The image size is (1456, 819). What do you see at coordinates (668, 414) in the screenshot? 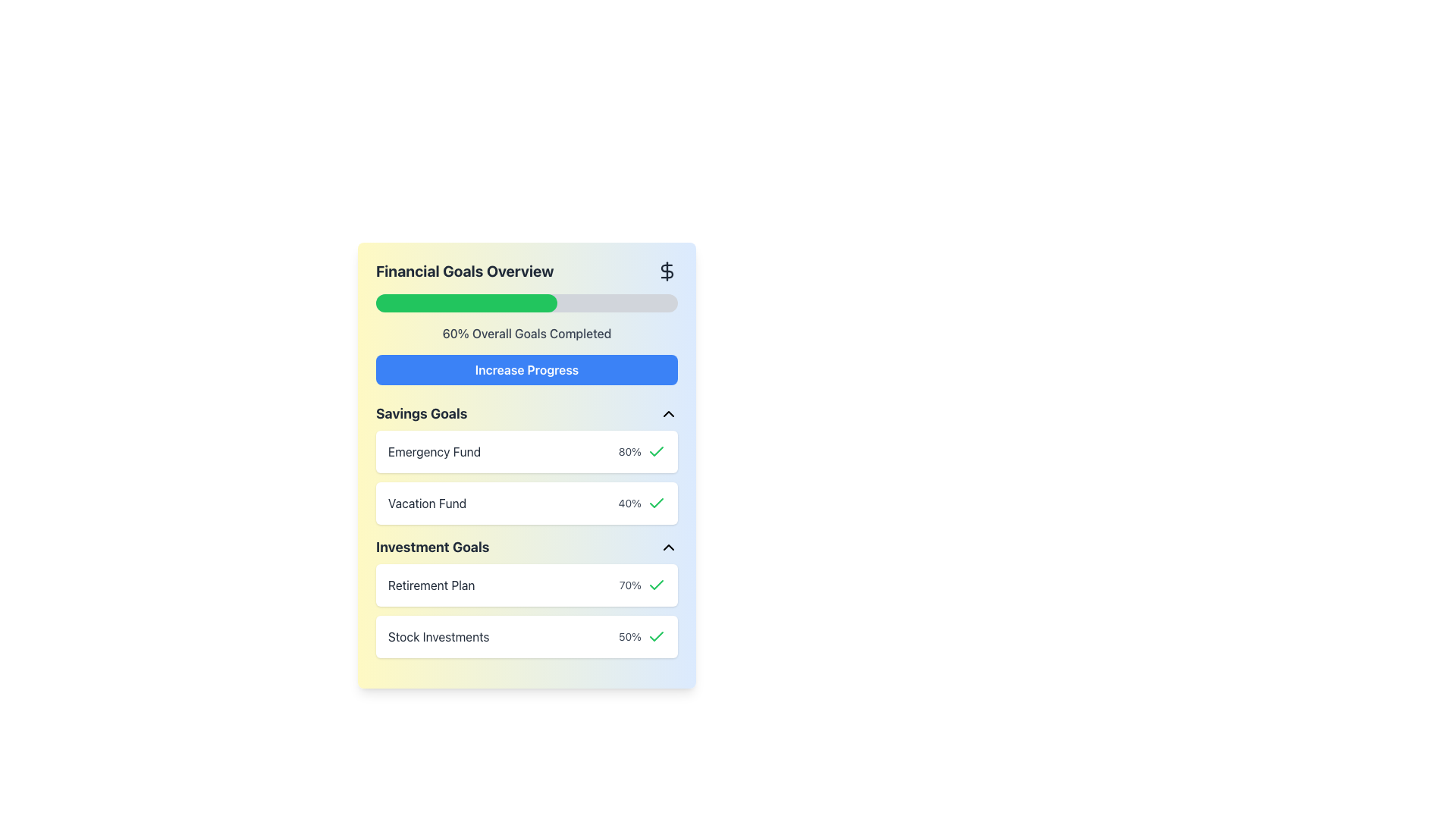
I see `the chevron upwards icon located at the top-right of the 'Savings Goals' section header` at bounding box center [668, 414].